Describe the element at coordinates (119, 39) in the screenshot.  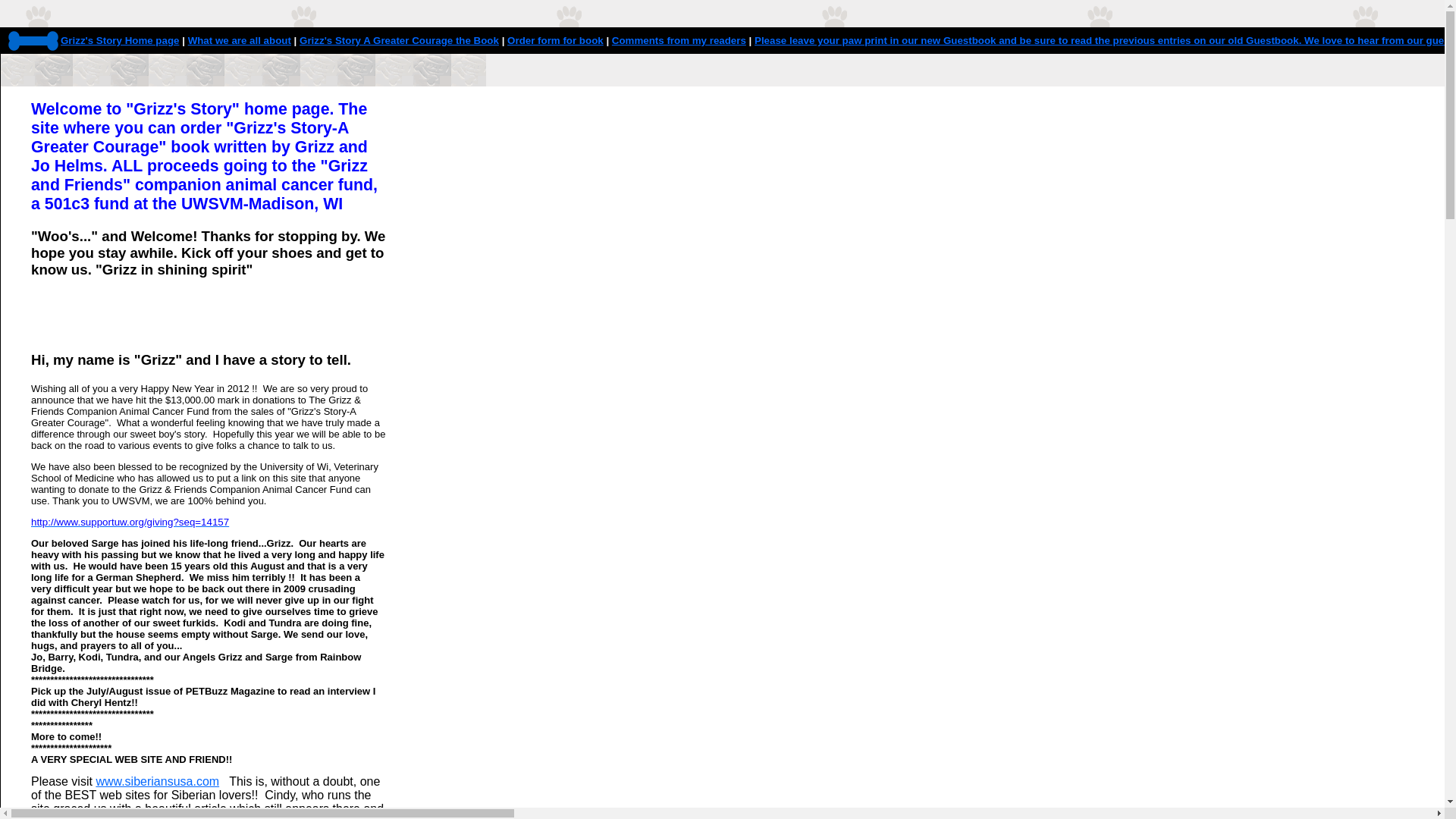
I see `'Grizz's Story Home page'` at that location.